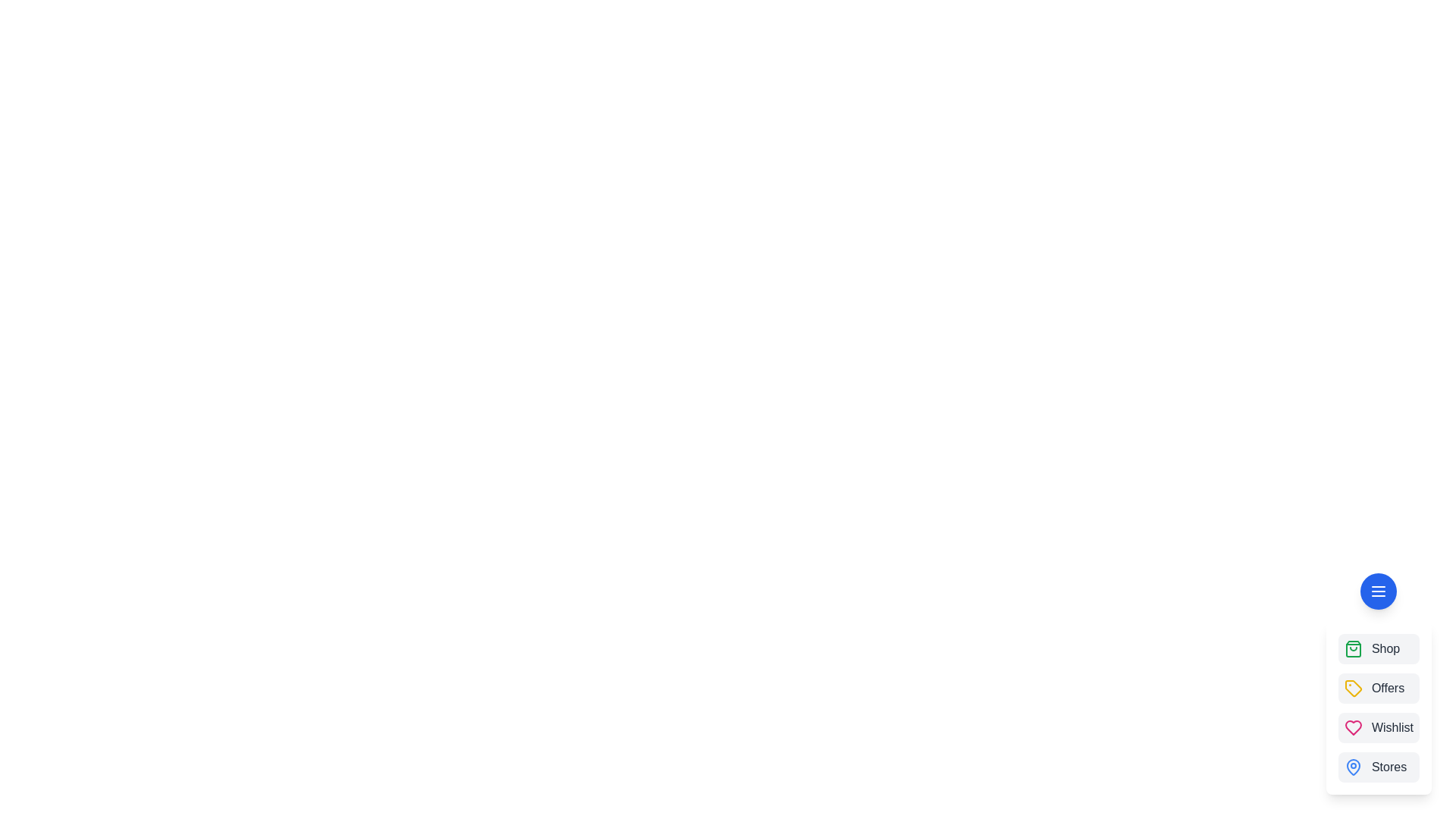  What do you see at coordinates (1379, 688) in the screenshot?
I see `the 'Offers' button` at bounding box center [1379, 688].